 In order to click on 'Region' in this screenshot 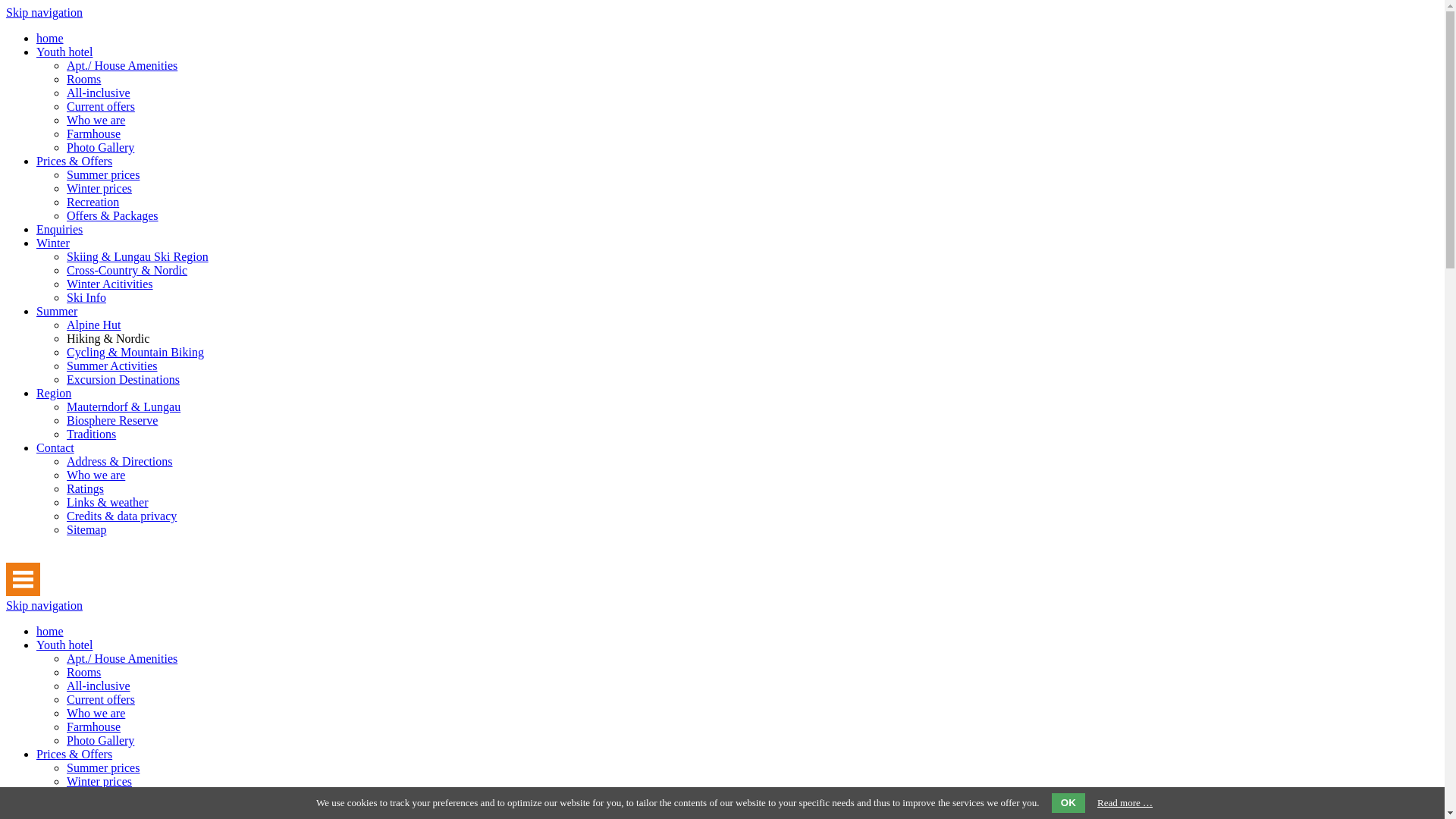, I will do `click(54, 392)`.